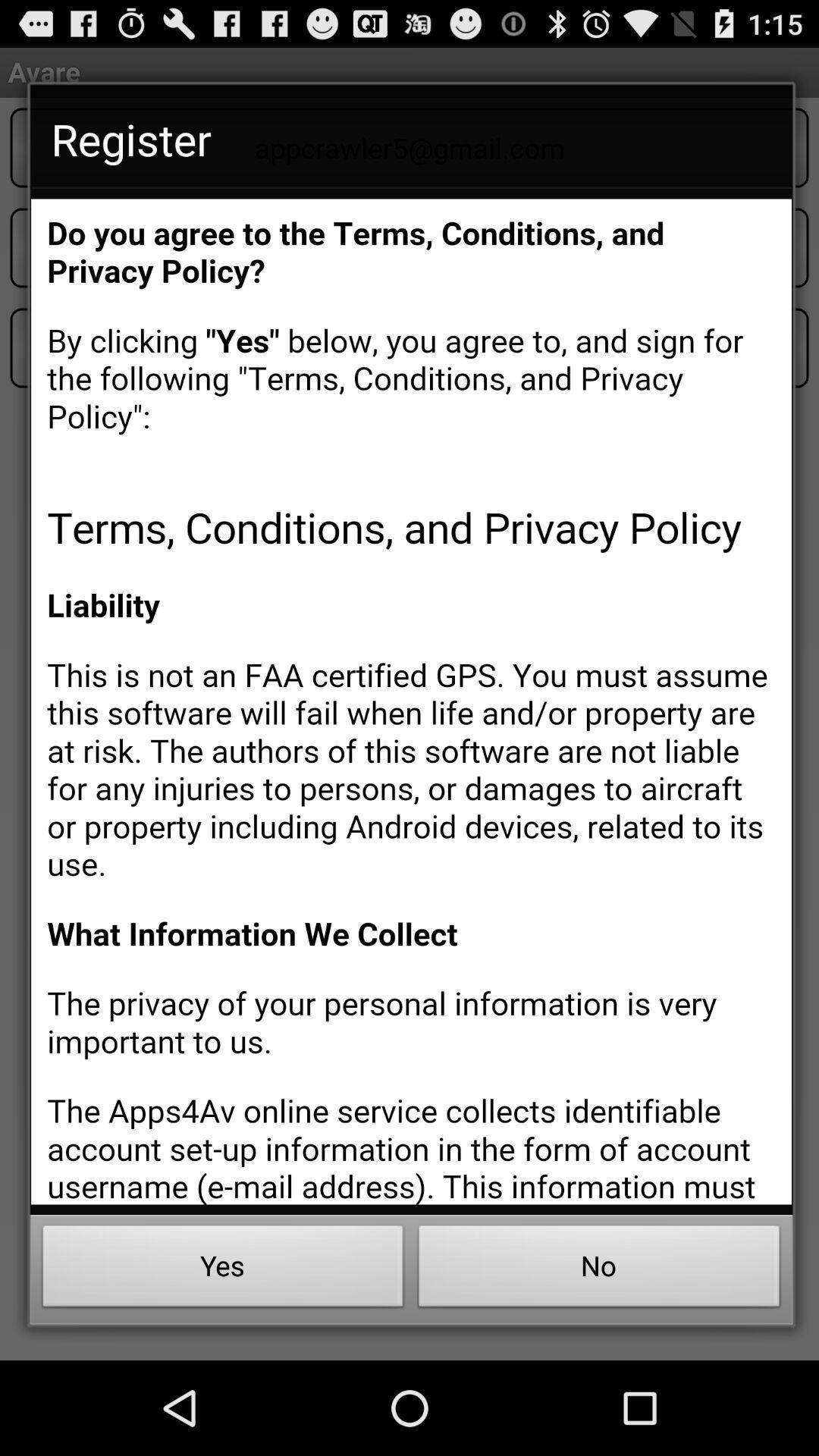  What do you see at coordinates (411, 701) in the screenshot?
I see `highlighting text` at bounding box center [411, 701].